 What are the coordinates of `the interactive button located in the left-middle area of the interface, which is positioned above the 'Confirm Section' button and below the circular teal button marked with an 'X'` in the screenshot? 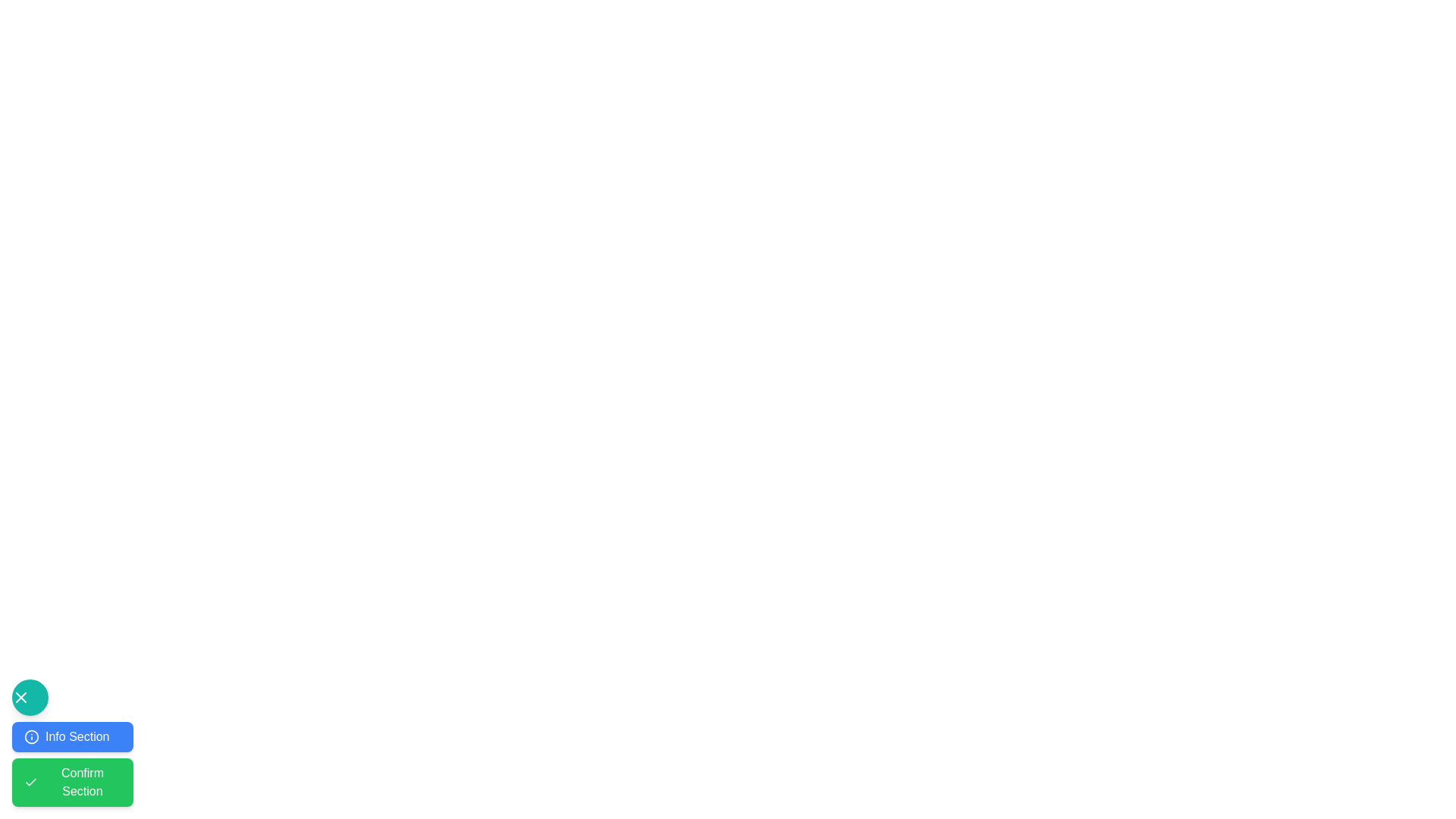 It's located at (72, 736).